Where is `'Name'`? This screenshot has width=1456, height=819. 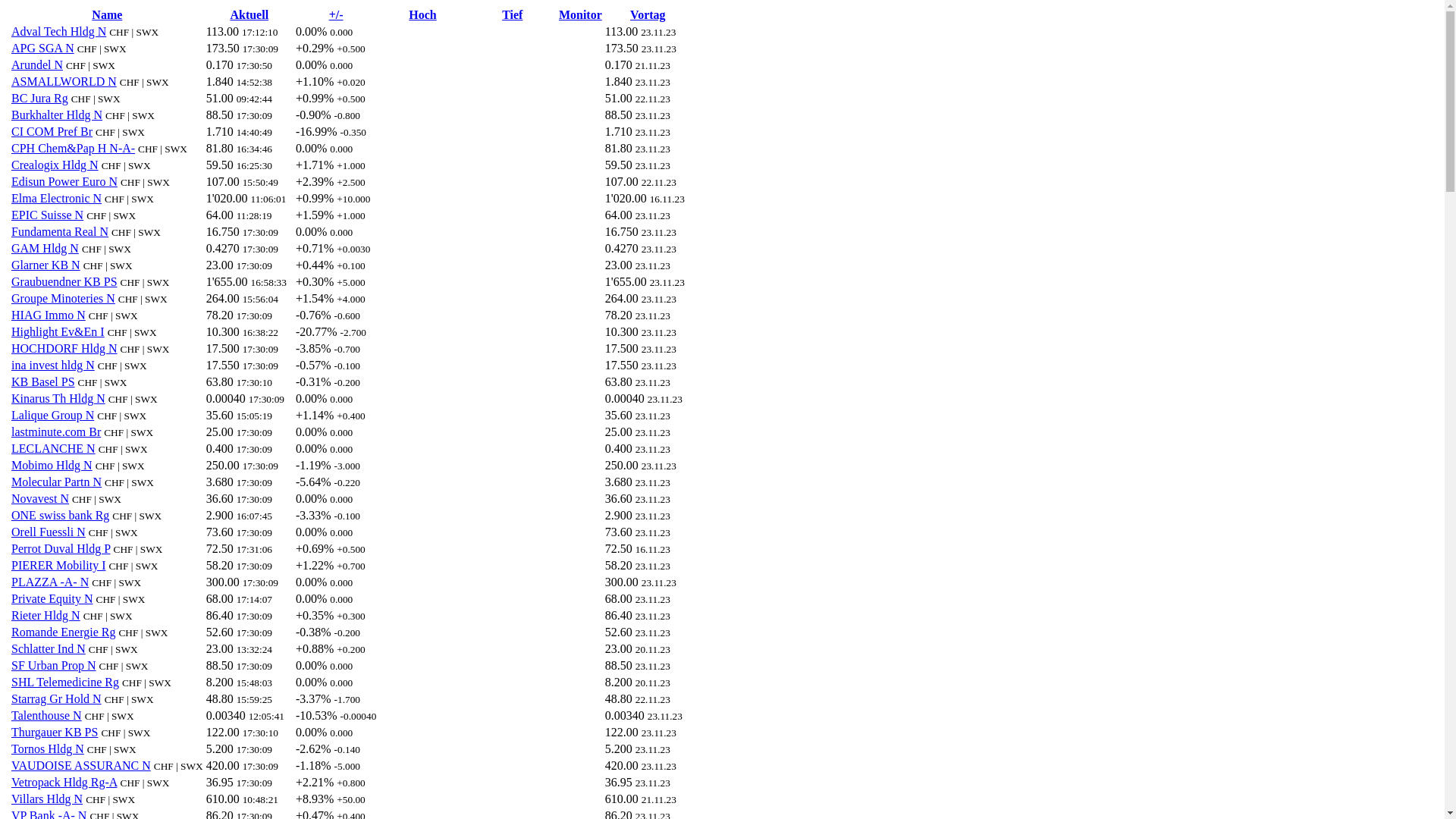 'Name' is located at coordinates (105, 14).